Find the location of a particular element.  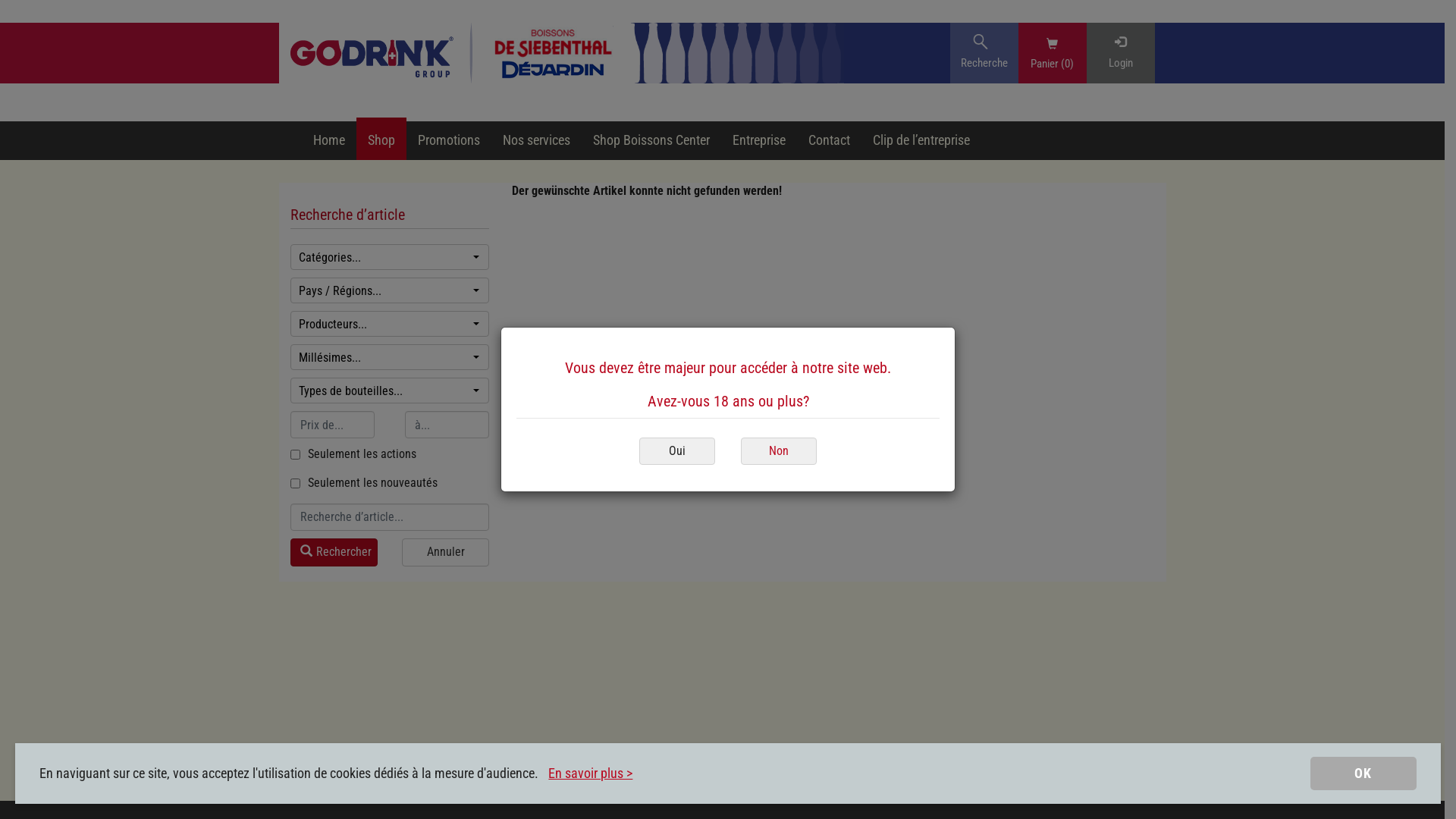

'Panier (0)' is located at coordinates (1051, 61).